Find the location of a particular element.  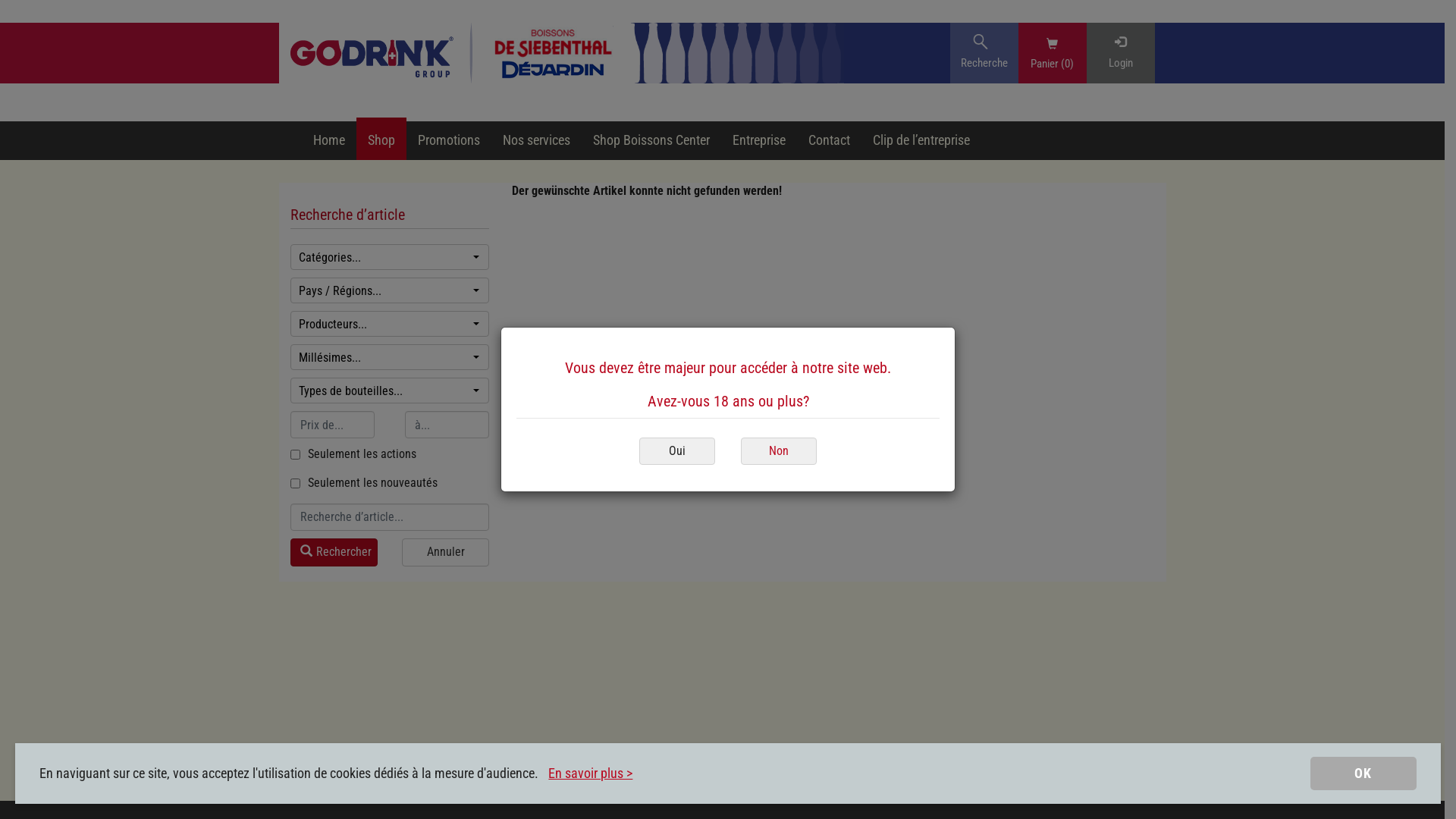

'Panier (0)' is located at coordinates (1051, 61).